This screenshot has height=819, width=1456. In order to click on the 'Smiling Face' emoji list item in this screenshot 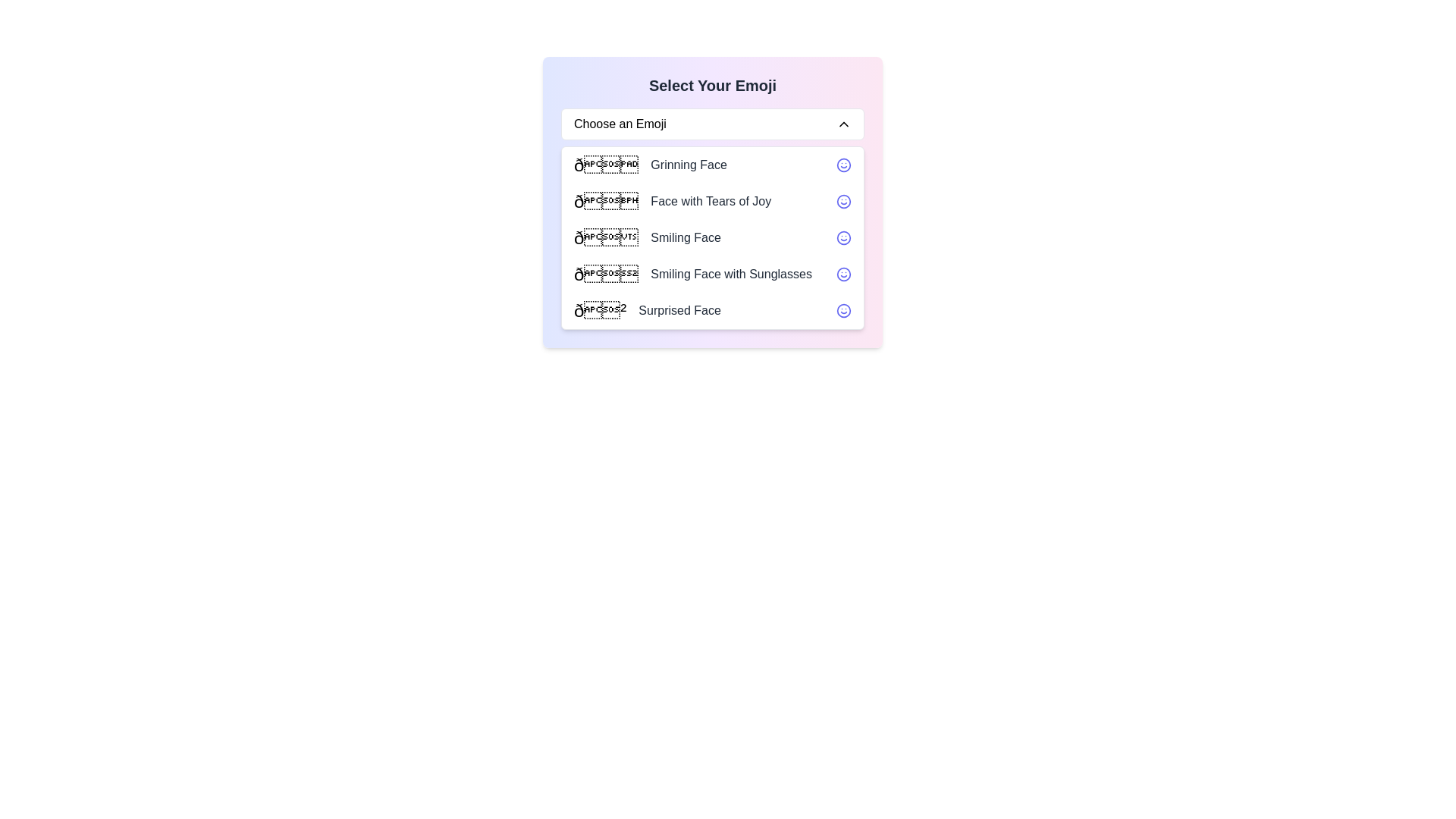, I will do `click(712, 237)`.